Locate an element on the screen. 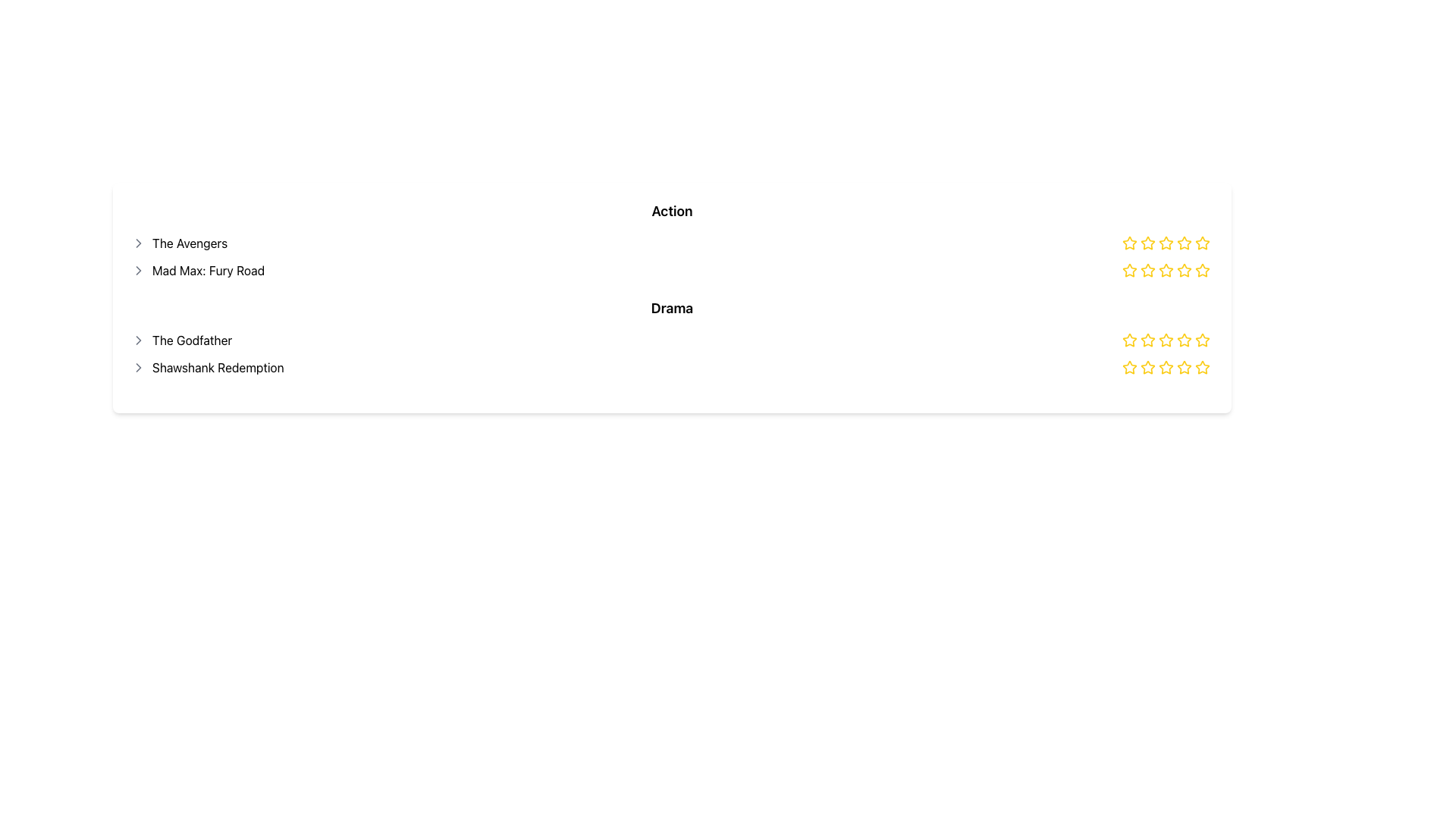 Image resolution: width=1456 pixels, height=819 pixels. the sixth Rating Star Icon with a yellow outline is located at coordinates (1183, 270).